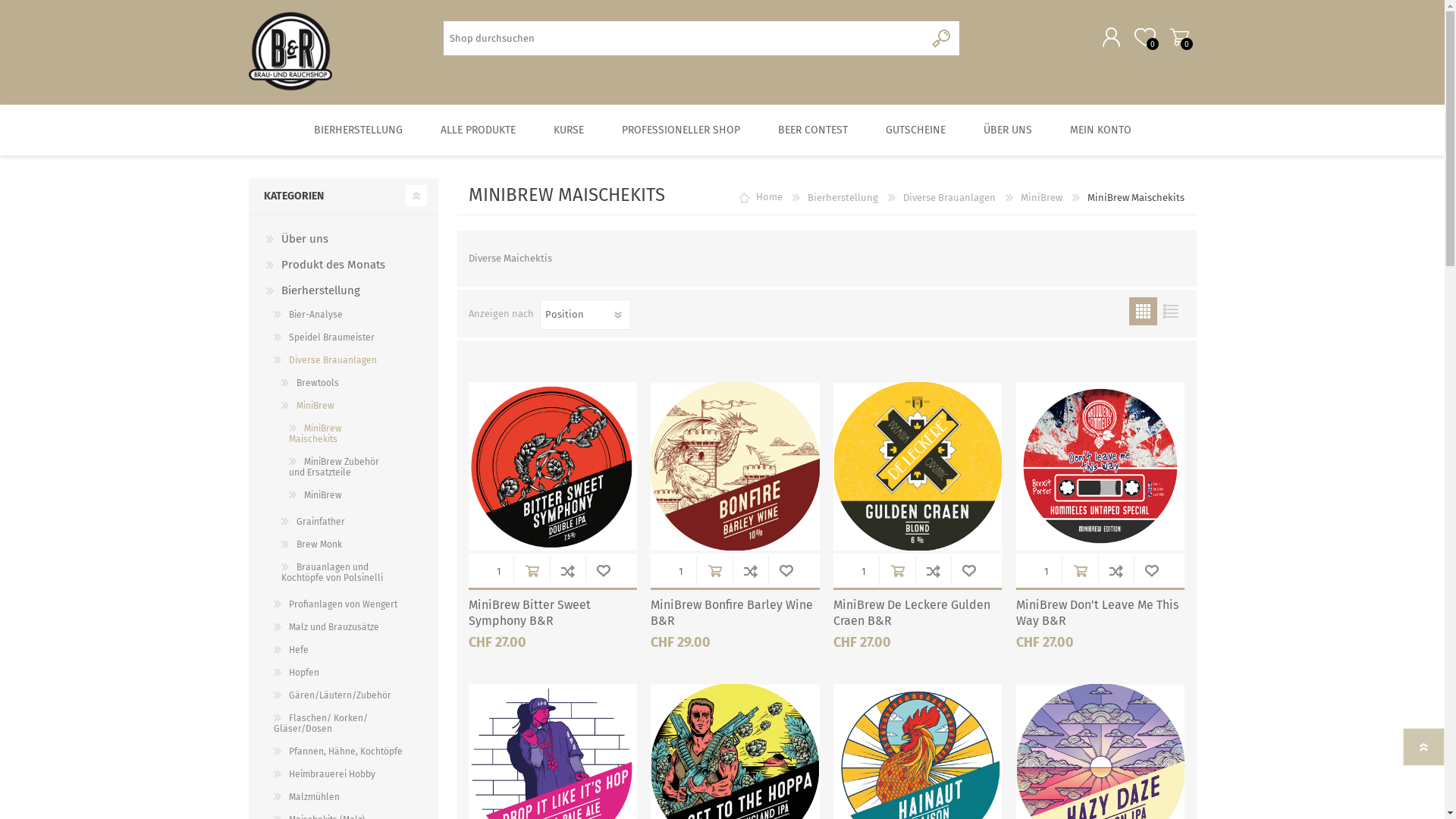  Describe the element at coordinates (1145, 36) in the screenshot. I see `'Wunschliste` at that location.